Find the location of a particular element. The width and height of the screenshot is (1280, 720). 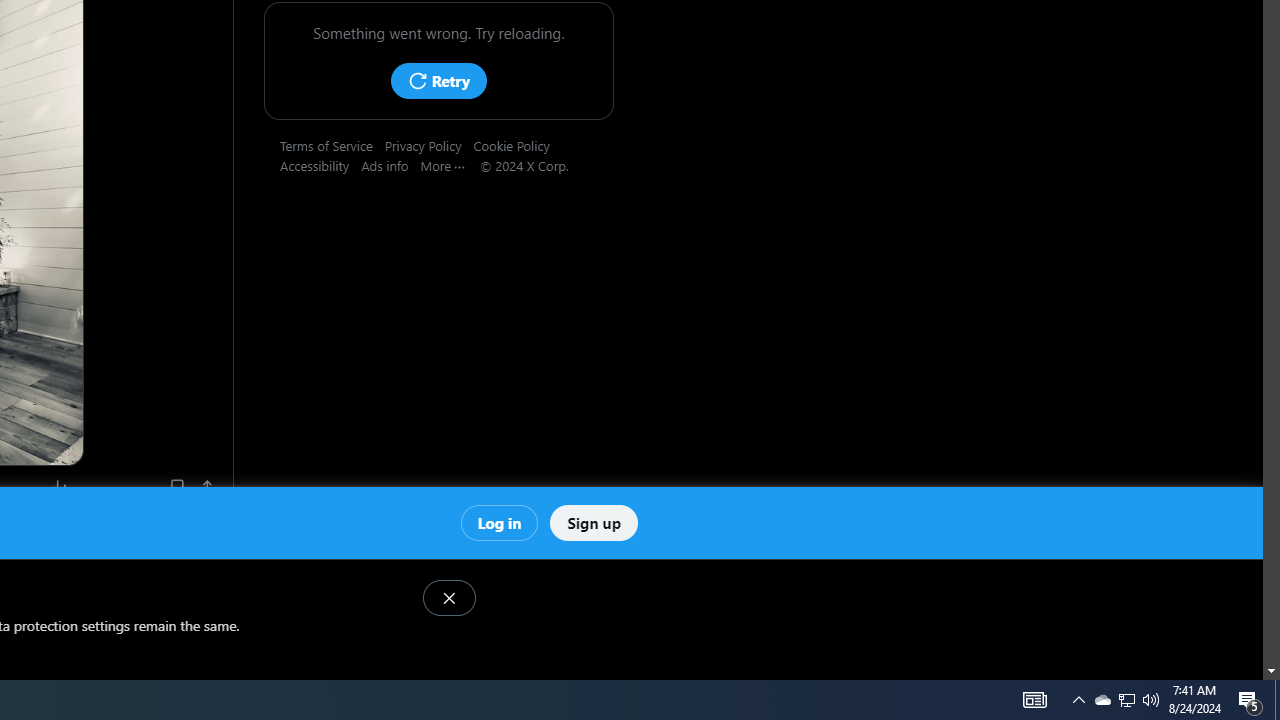

'Accessibility' is located at coordinates (321, 164).